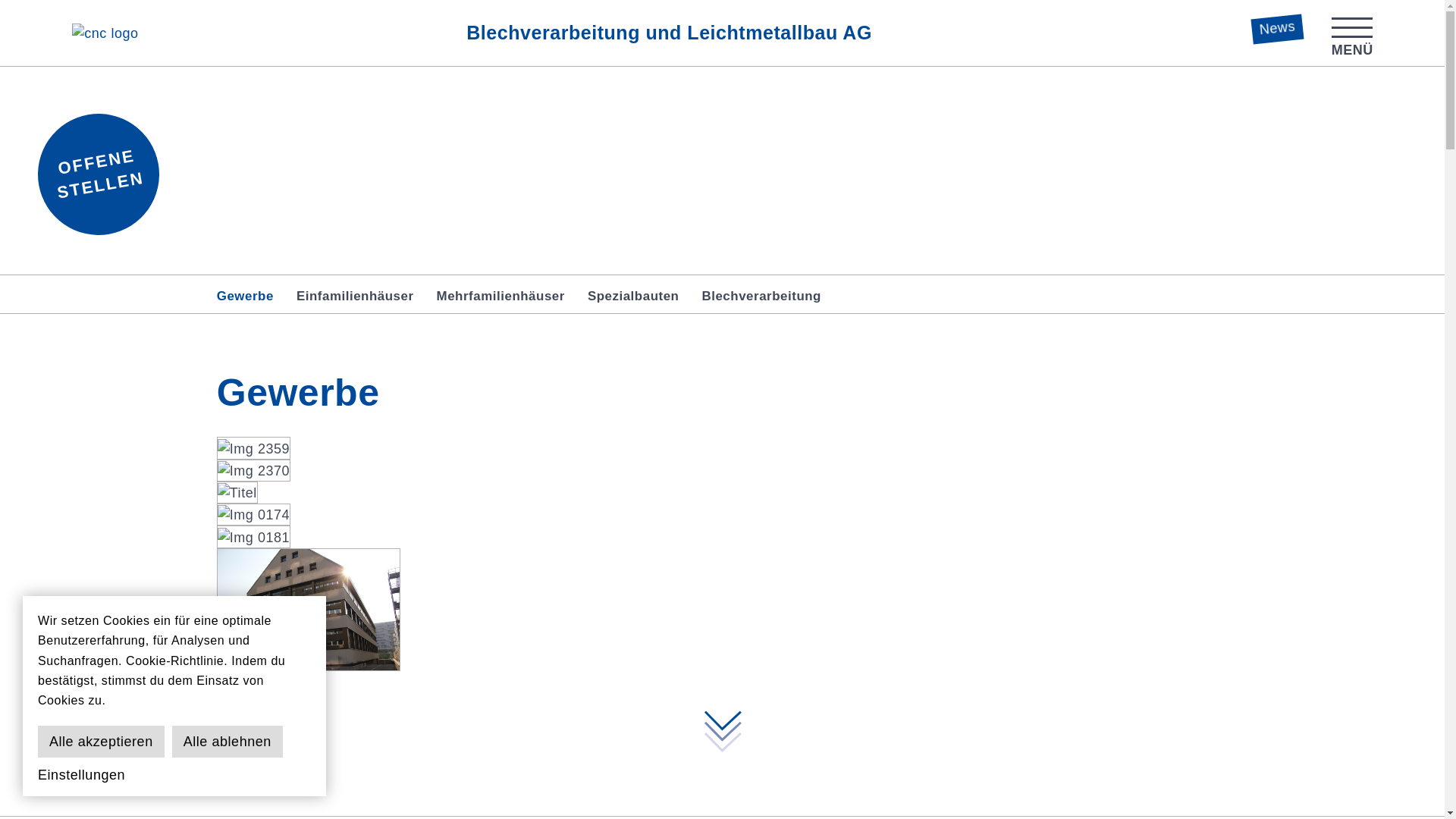  I want to click on 'Spezialbauten', so click(586, 296).